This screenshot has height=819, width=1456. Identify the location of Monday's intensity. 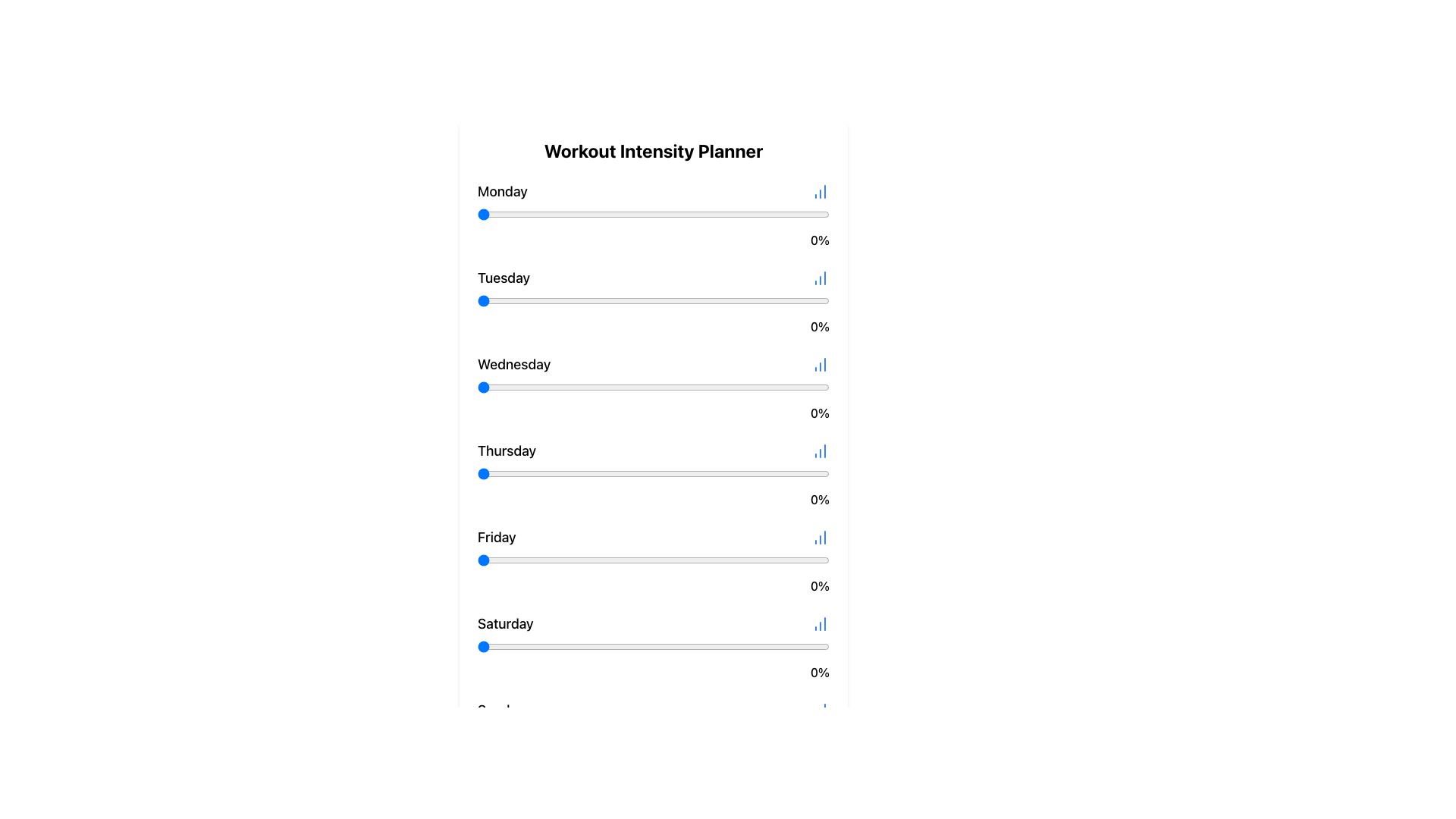
(476, 214).